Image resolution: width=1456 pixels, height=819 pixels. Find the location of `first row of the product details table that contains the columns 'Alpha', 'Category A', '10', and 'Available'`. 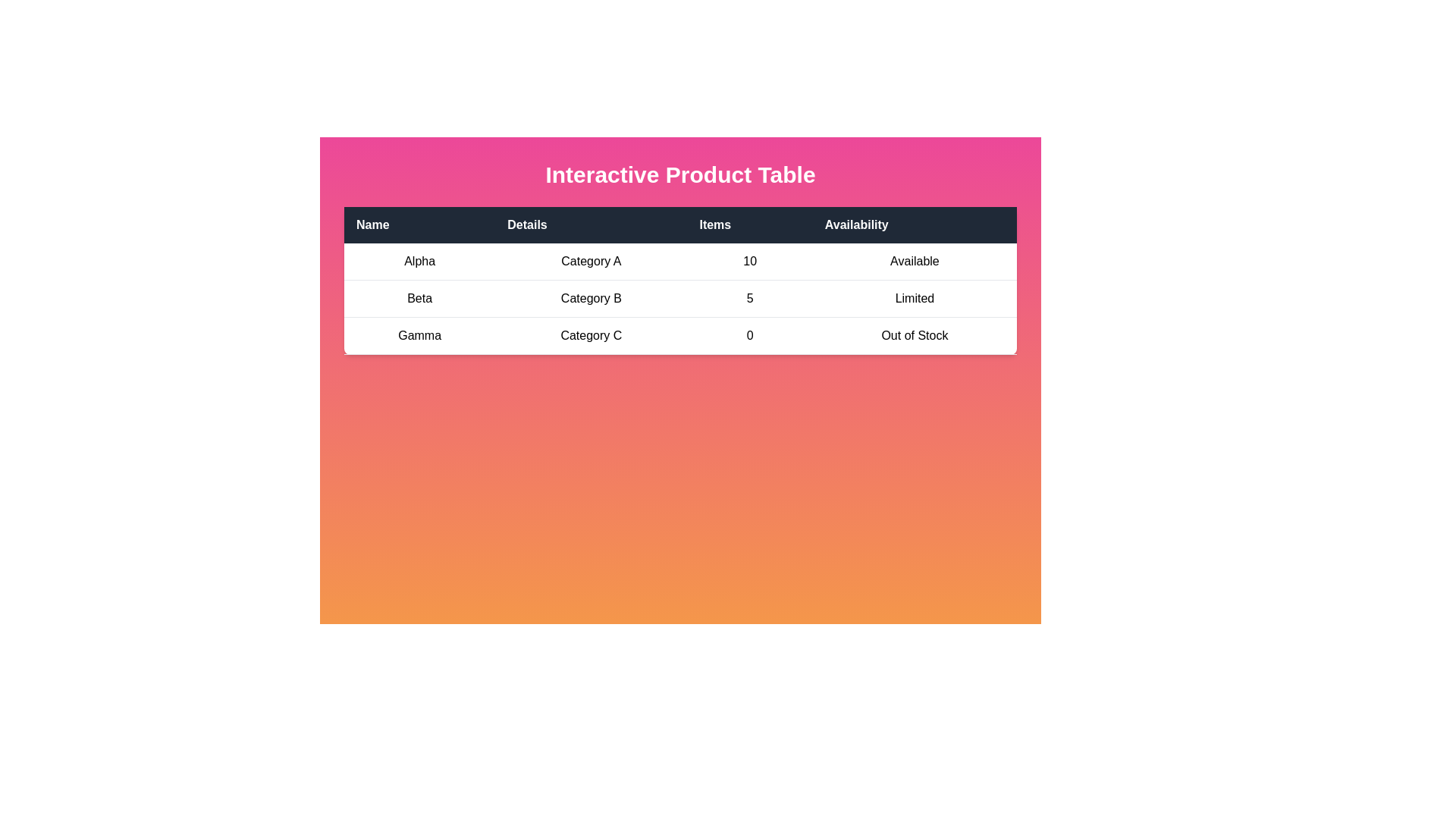

first row of the product details table that contains the columns 'Alpha', 'Category A', '10', and 'Available' is located at coordinates (679, 261).